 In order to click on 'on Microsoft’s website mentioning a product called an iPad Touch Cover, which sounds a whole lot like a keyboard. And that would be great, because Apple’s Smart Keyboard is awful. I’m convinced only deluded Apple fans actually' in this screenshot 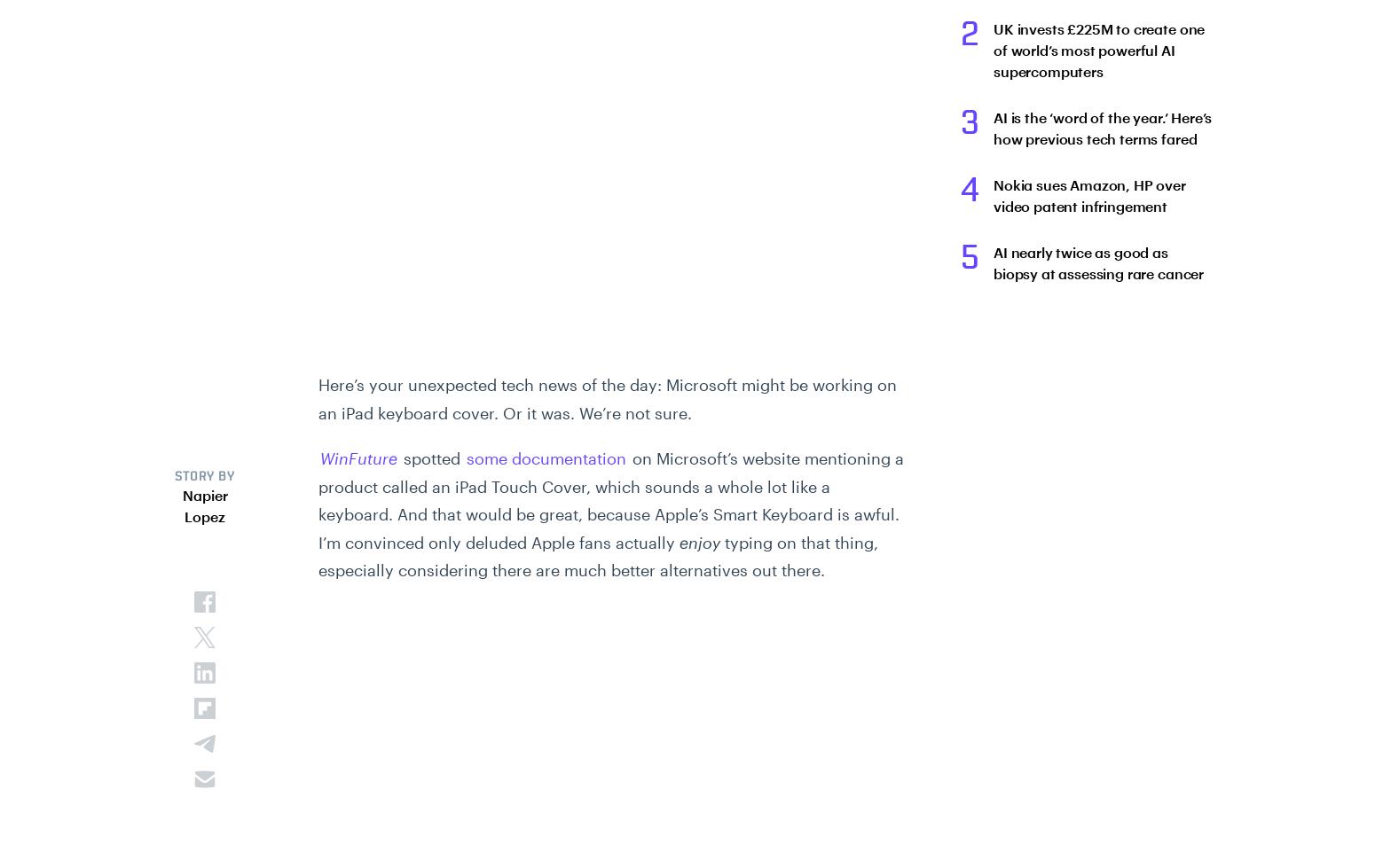, I will do `click(609, 499)`.